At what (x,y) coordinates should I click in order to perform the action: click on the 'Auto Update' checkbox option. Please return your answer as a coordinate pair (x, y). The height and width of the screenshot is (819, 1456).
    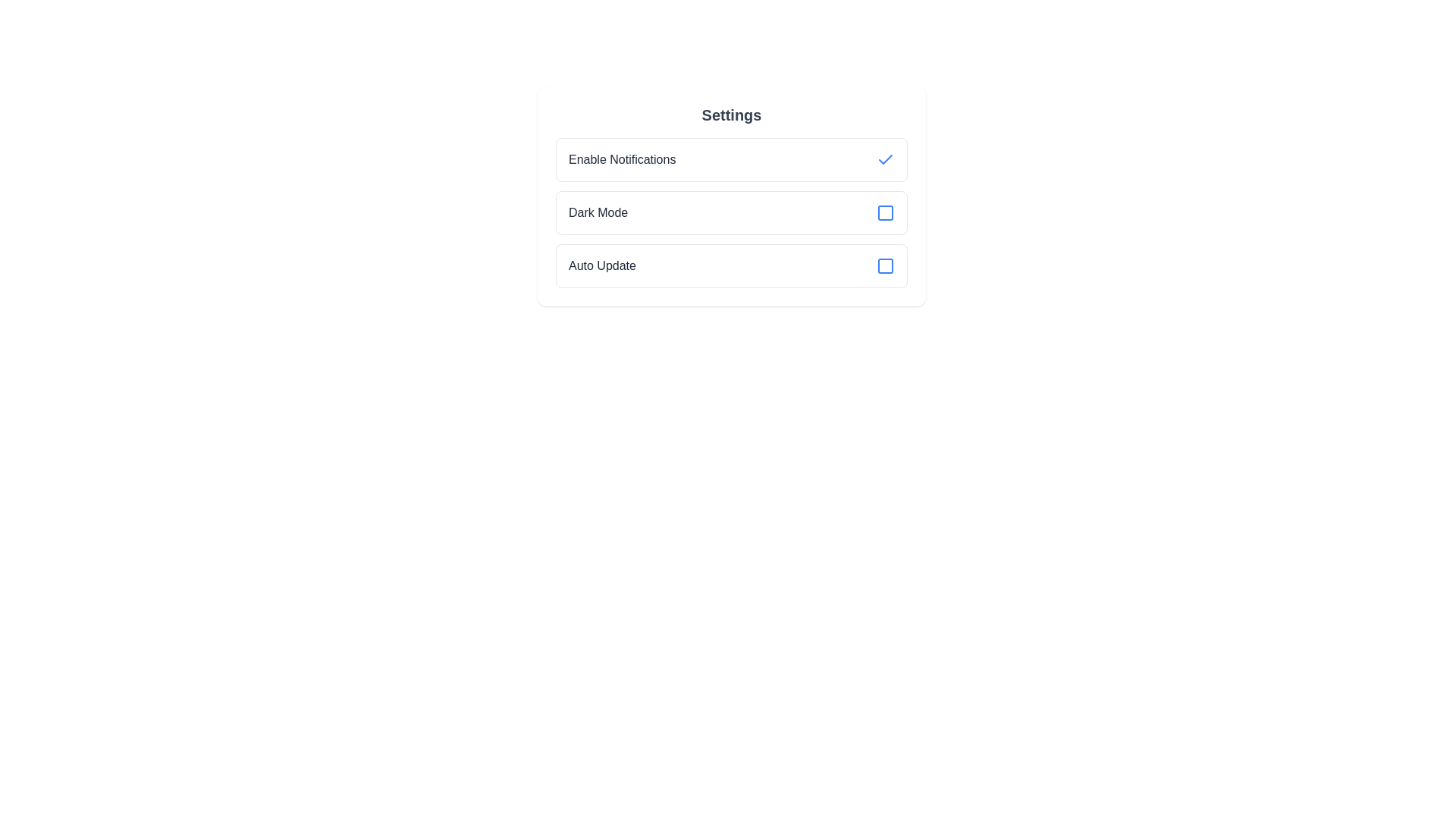
    Looking at the image, I should click on (731, 265).